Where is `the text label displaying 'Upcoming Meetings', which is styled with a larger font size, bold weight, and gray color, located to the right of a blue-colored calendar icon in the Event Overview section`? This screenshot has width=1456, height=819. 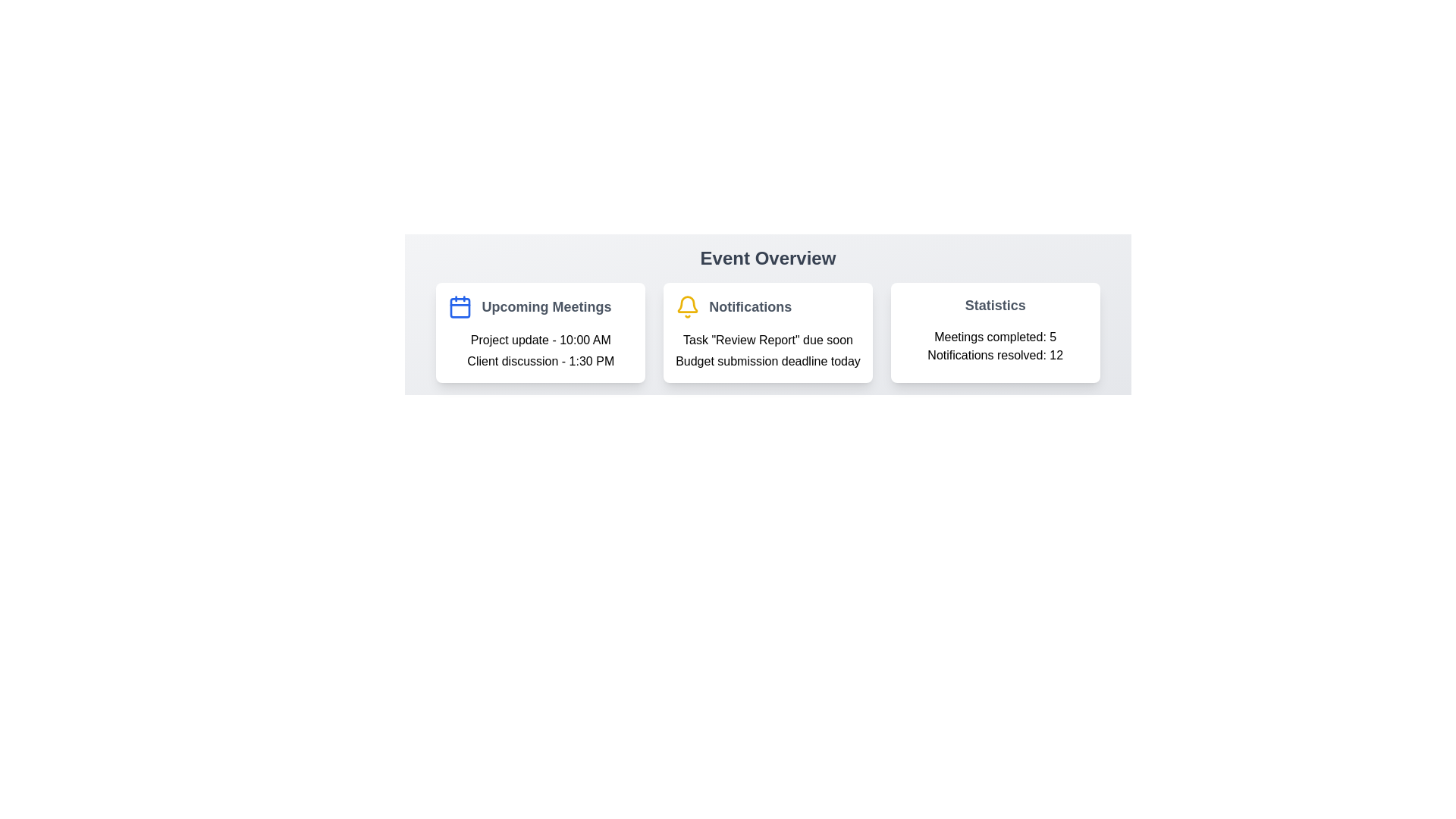
the text label displaying 'Upcoming Meetings', which is styled with a larger font size, bold weight, and gray color, located to the right of a blue-colored calendar icon in the Event Overview section is located at coordinates (546, 307).